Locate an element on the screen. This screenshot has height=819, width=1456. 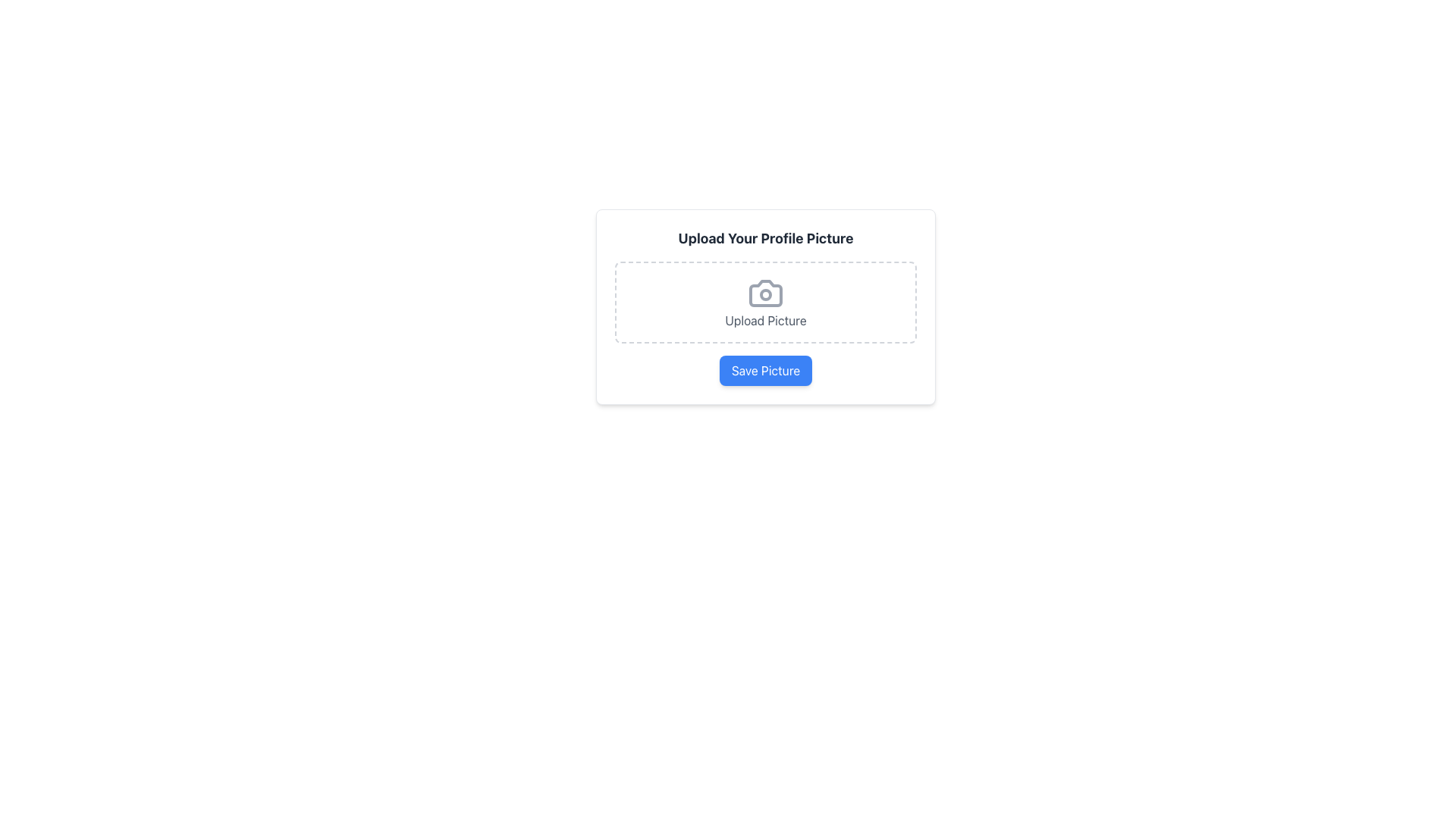
the central dashed area of the profile picture upload widget to upload a picture is located at coordinates (765, 307).